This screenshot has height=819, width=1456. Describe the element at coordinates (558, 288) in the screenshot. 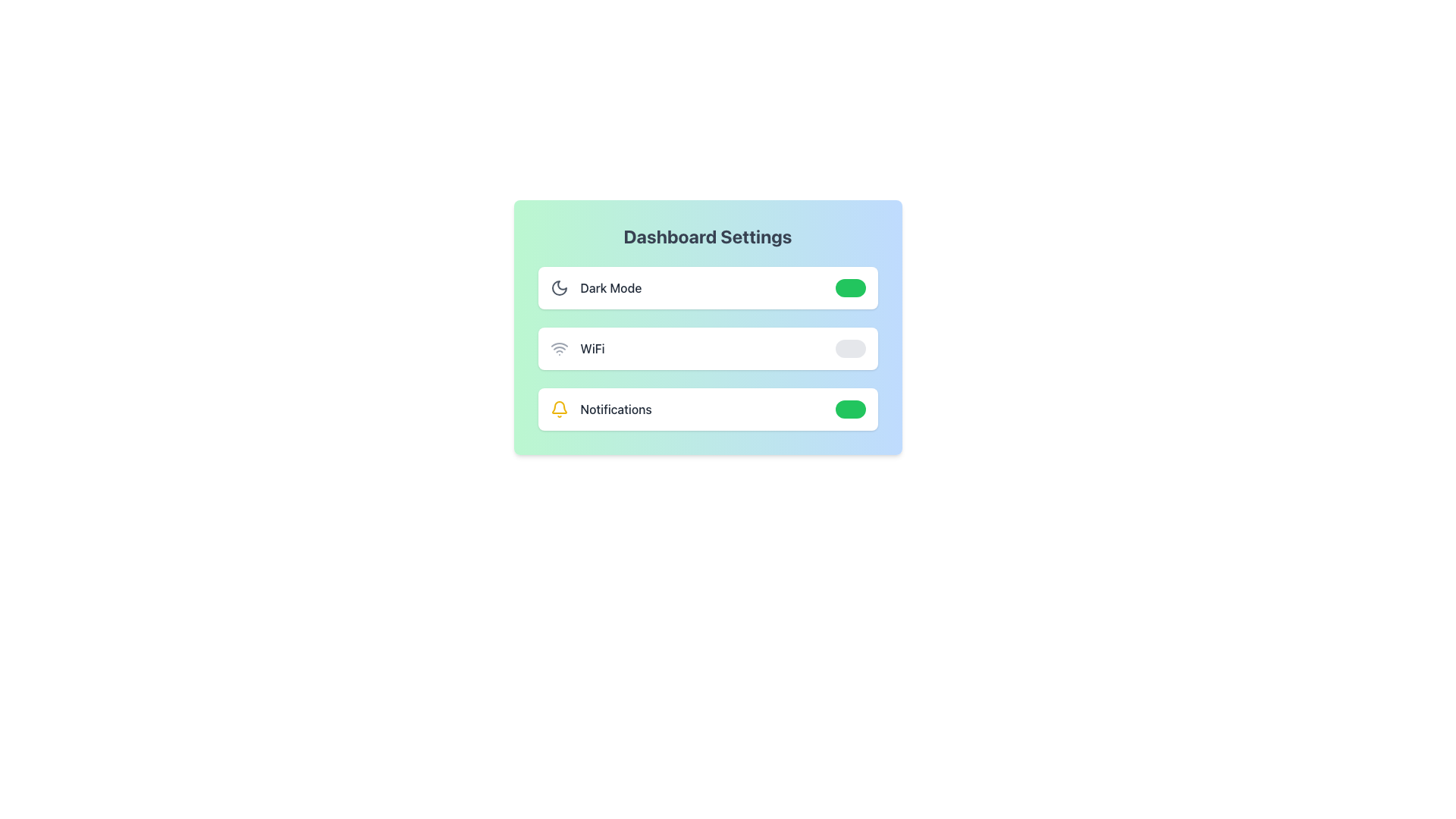

I see `the 'Dark Mode' SVG icon located in the top row of the settings list to the left of the toggle switch` at that location.